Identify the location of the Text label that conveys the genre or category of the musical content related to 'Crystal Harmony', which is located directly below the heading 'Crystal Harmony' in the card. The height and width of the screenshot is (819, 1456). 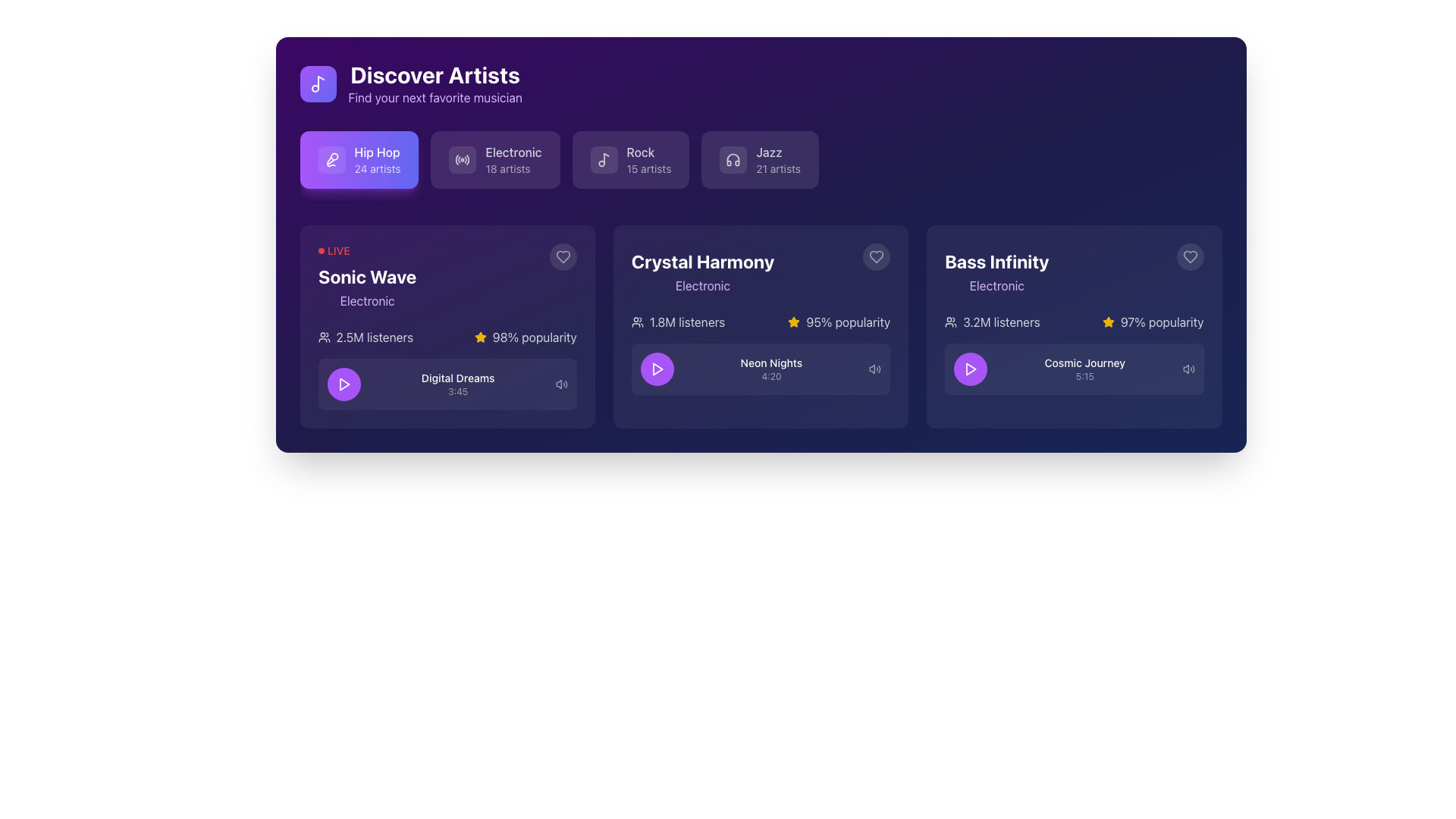
(701, 286).